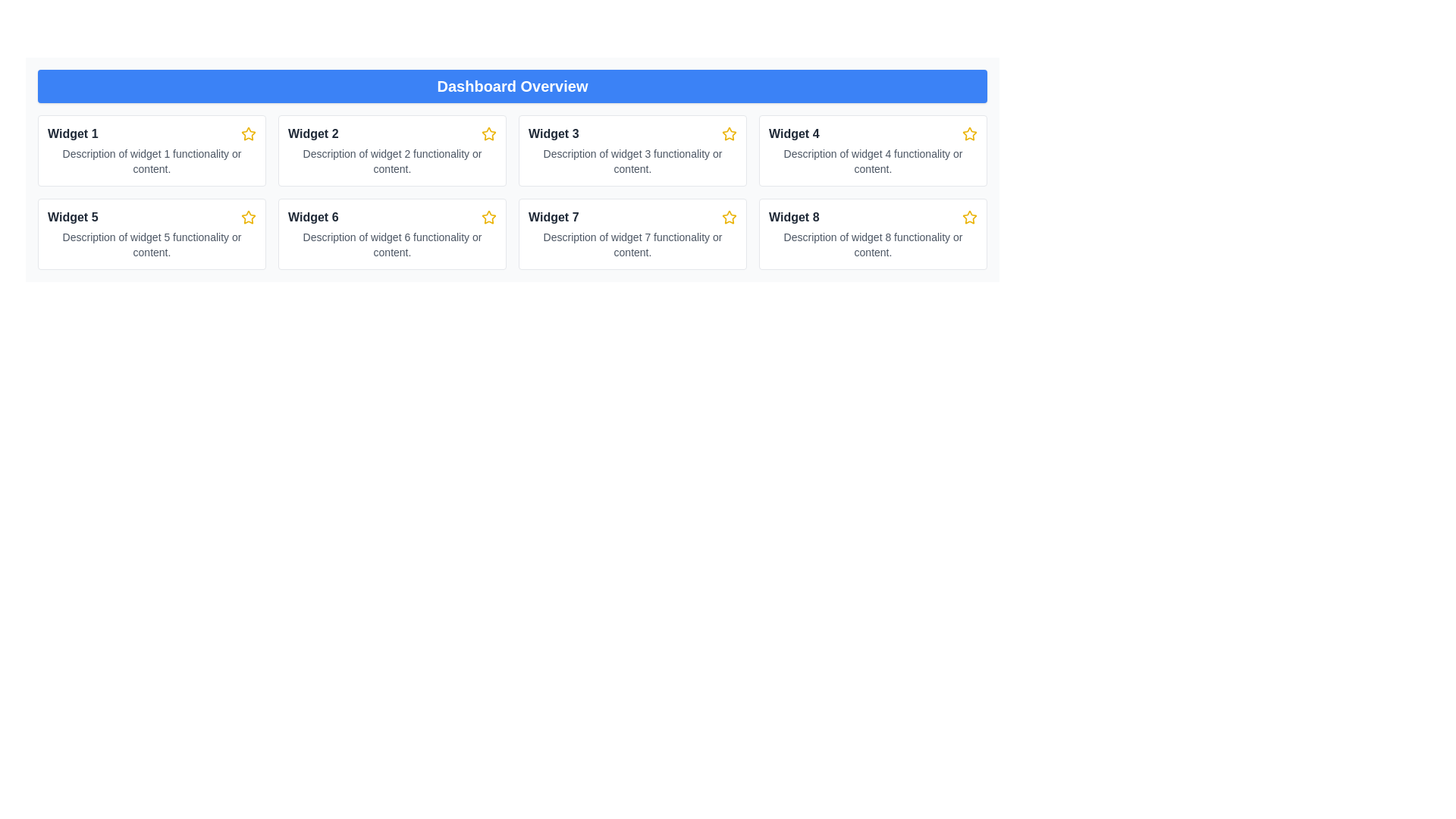 The image size is (1456, 819). Describe the element at coordinates (729, 133) in the screenshot. I see `the yellow star-shaped icon with a thin stroke in the far-right area of 'Widget 3'` at that location.